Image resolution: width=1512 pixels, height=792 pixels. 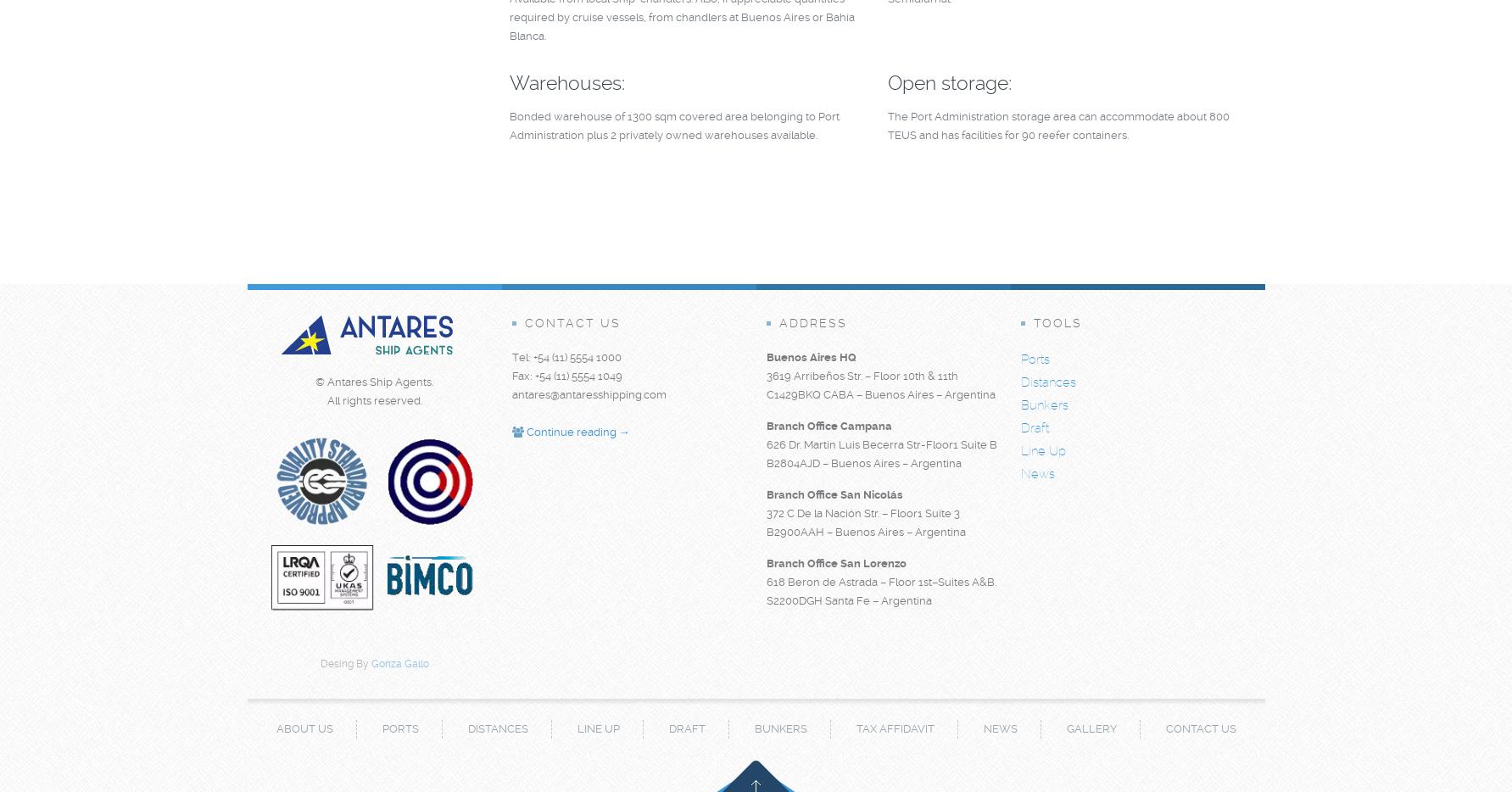 I want to click on '© Antares Ship Agents.', so click(x=374, y=382).